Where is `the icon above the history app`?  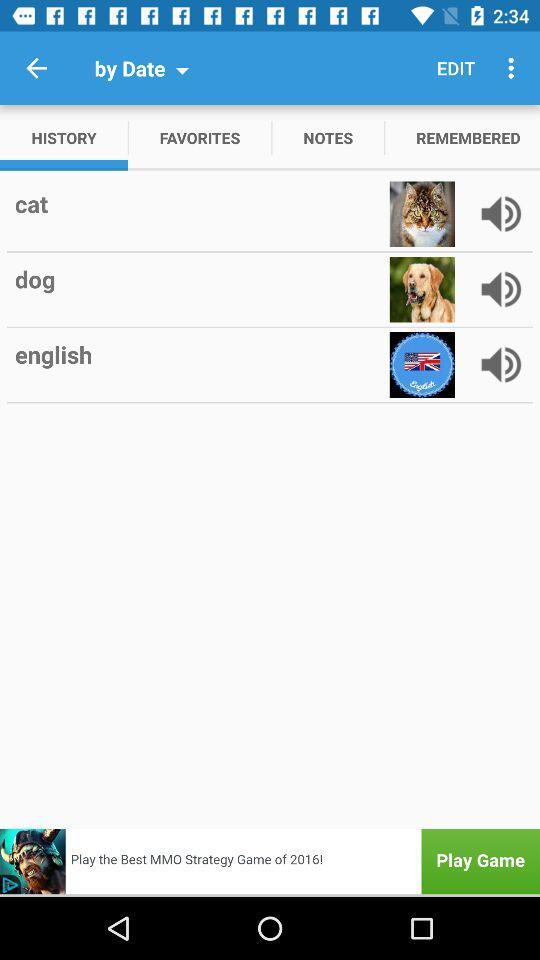 the icon above the history app is located at coordinates (36, 68).